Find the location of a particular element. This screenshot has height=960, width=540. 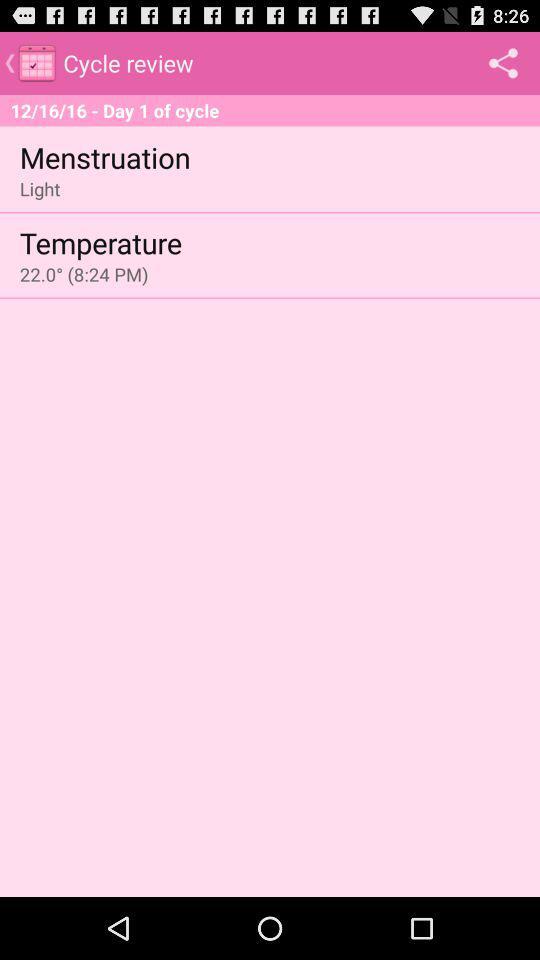

22 0 8 icon is located at coordinates (83, 273).